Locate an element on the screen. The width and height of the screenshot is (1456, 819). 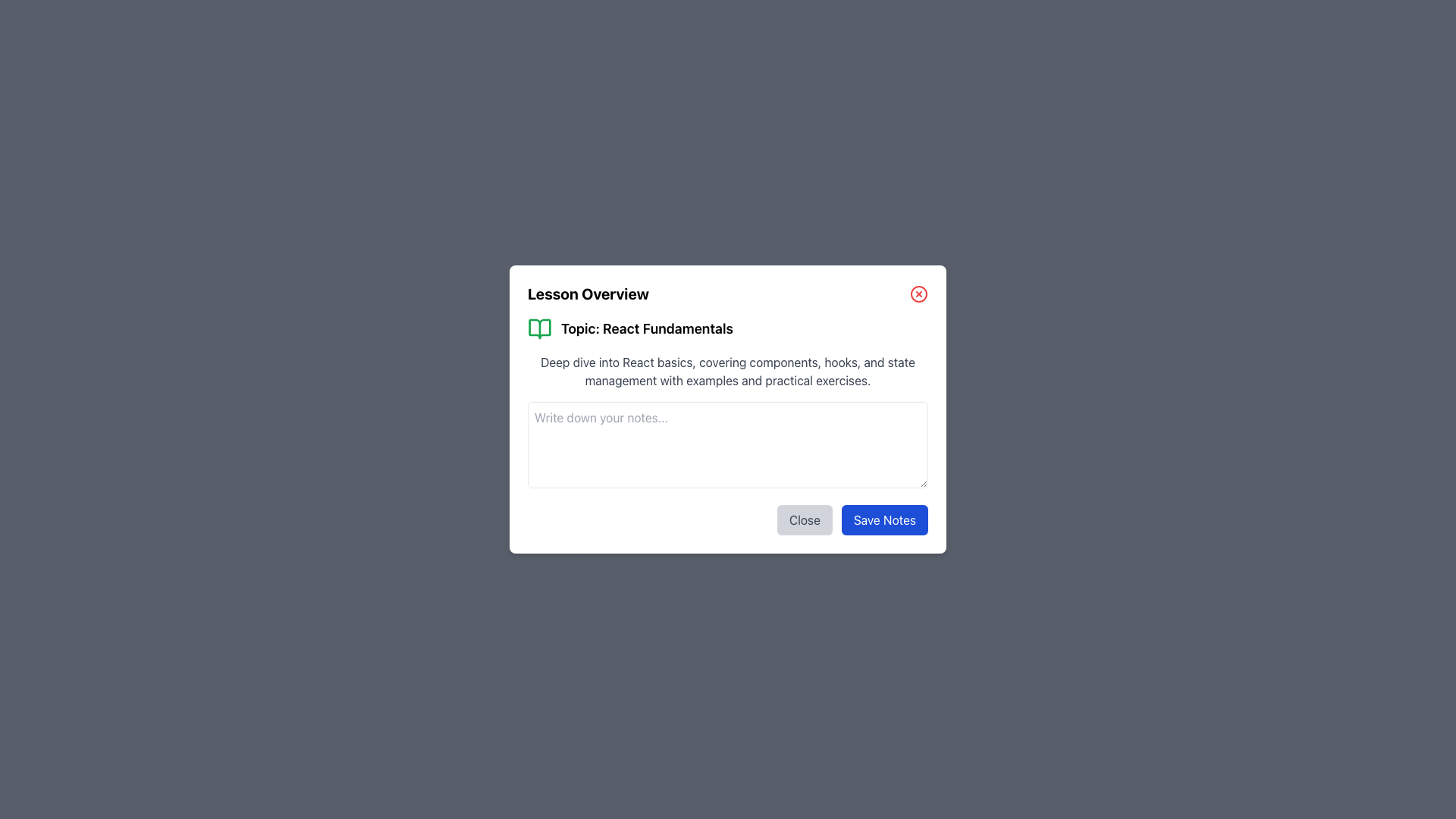
the 'Save Notes' button, which is a rectangular button with rounded corners, blue background, and white text, located at the bottom-right part of the dialog box is located at coordinates (884, 519).